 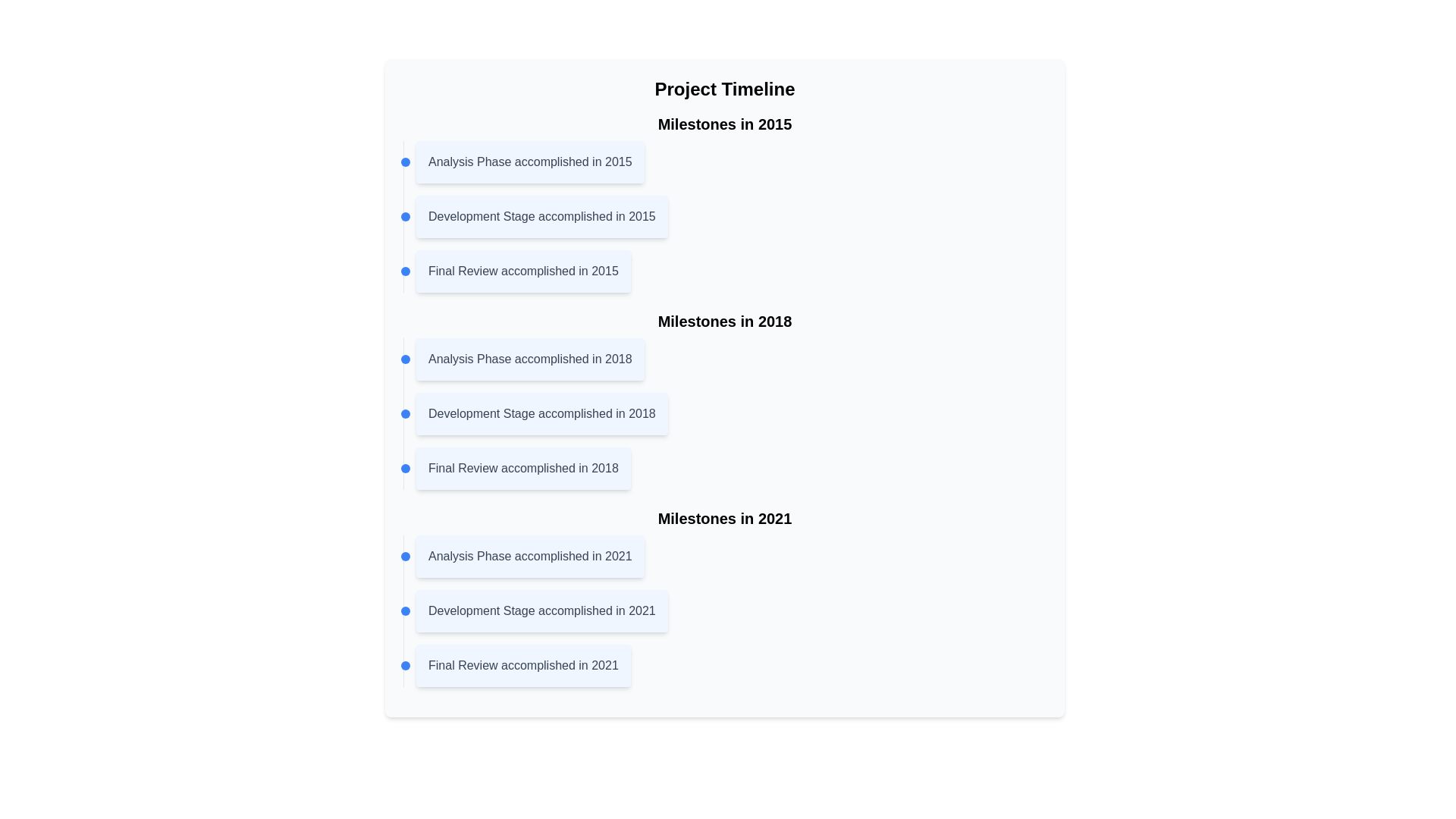 I want to click on the text label indicating the completion of the 'Analysis Phase' in 2018, which is the first entry in the 'Milestones in 2018' section of the timeline, so click(x=530, y=359).